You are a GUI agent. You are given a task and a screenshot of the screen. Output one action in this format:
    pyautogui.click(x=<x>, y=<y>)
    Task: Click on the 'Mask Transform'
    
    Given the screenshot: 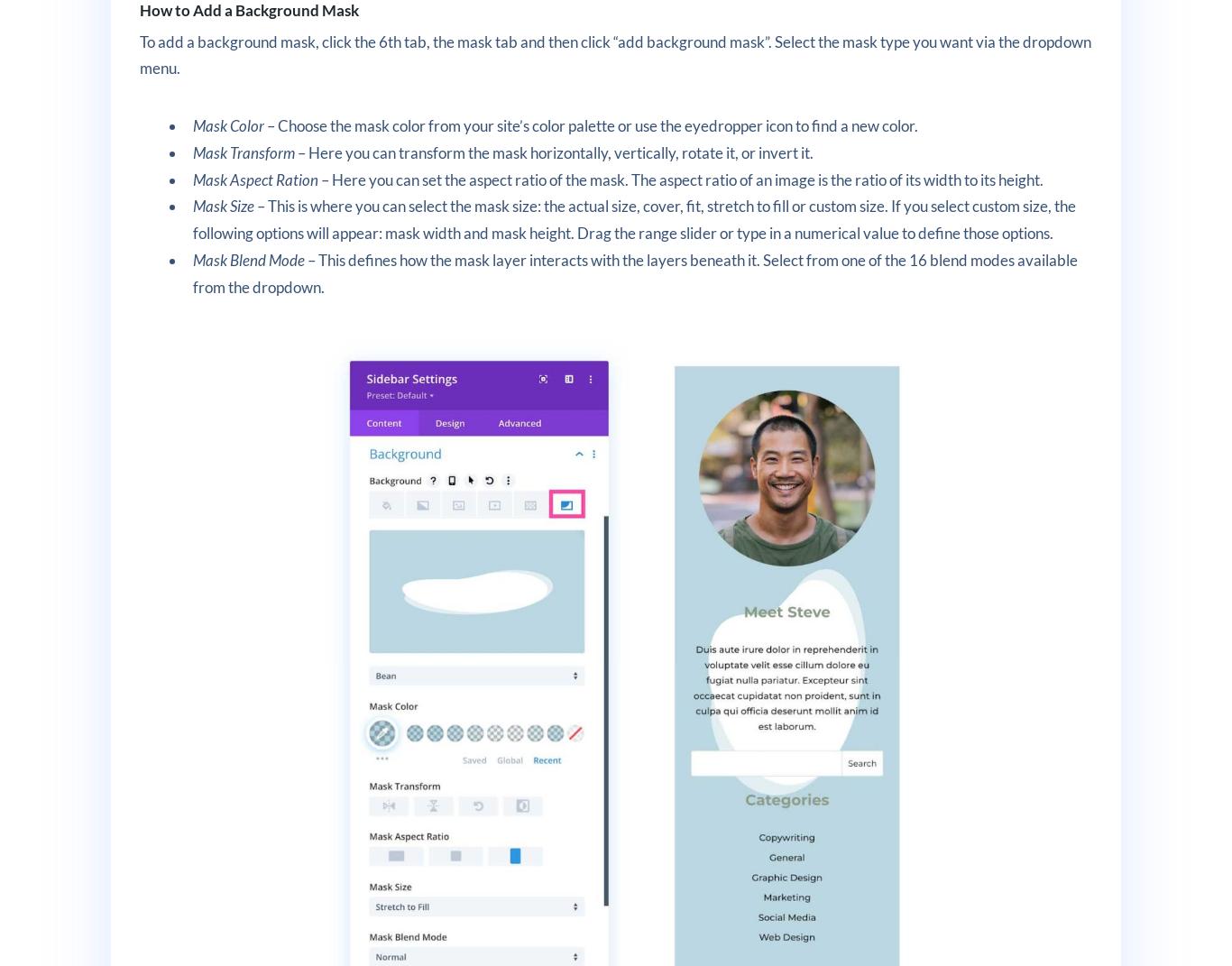 What is the action you would take?
    pyautogui.click(x=244, y=151)
    